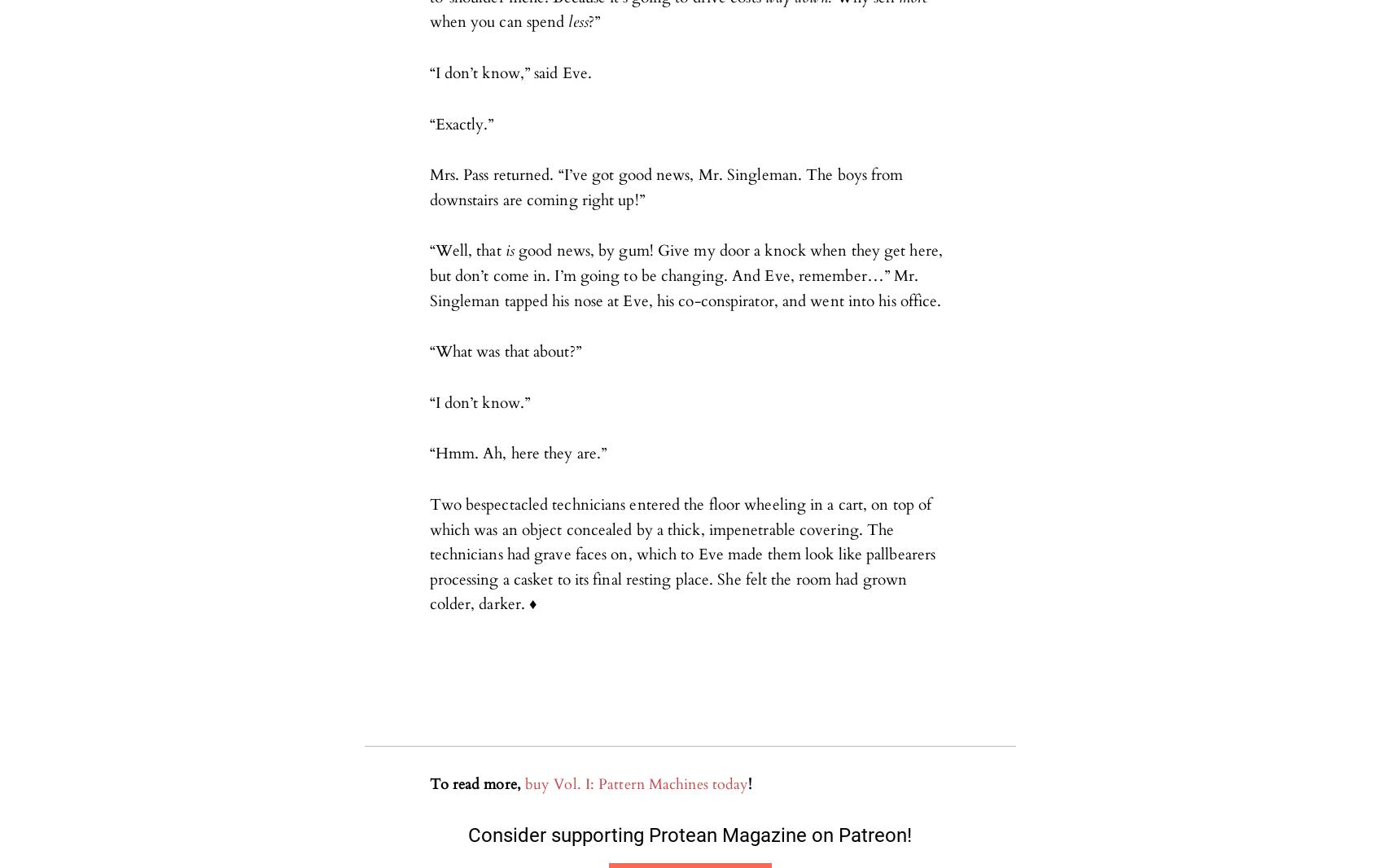 The width and height of the screenshot is (1380, 868). I want to click on '“Well, that', so click(467, 251).